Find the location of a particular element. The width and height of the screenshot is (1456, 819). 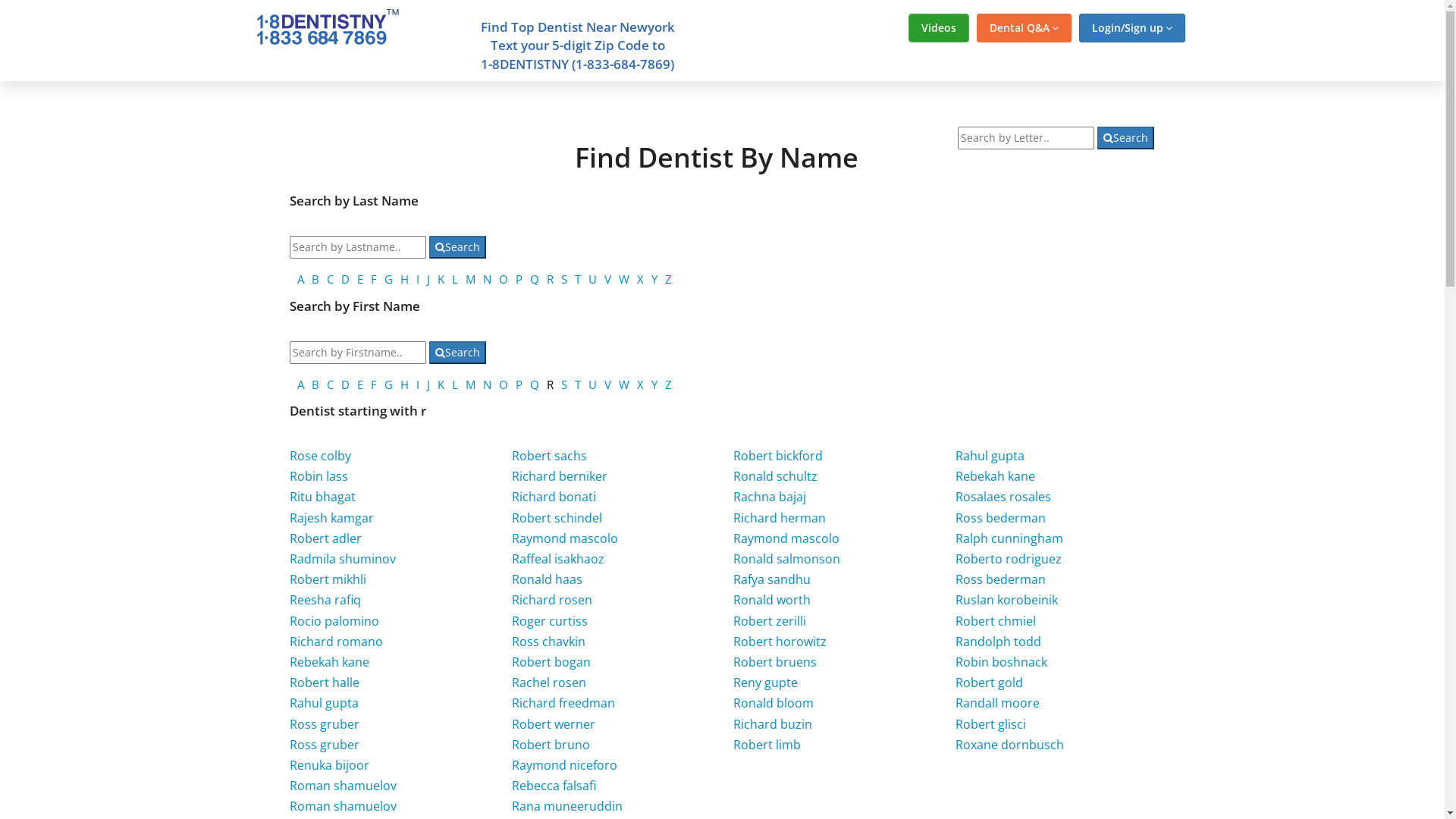

'Richard romano' is located at coordinates (335, 641).